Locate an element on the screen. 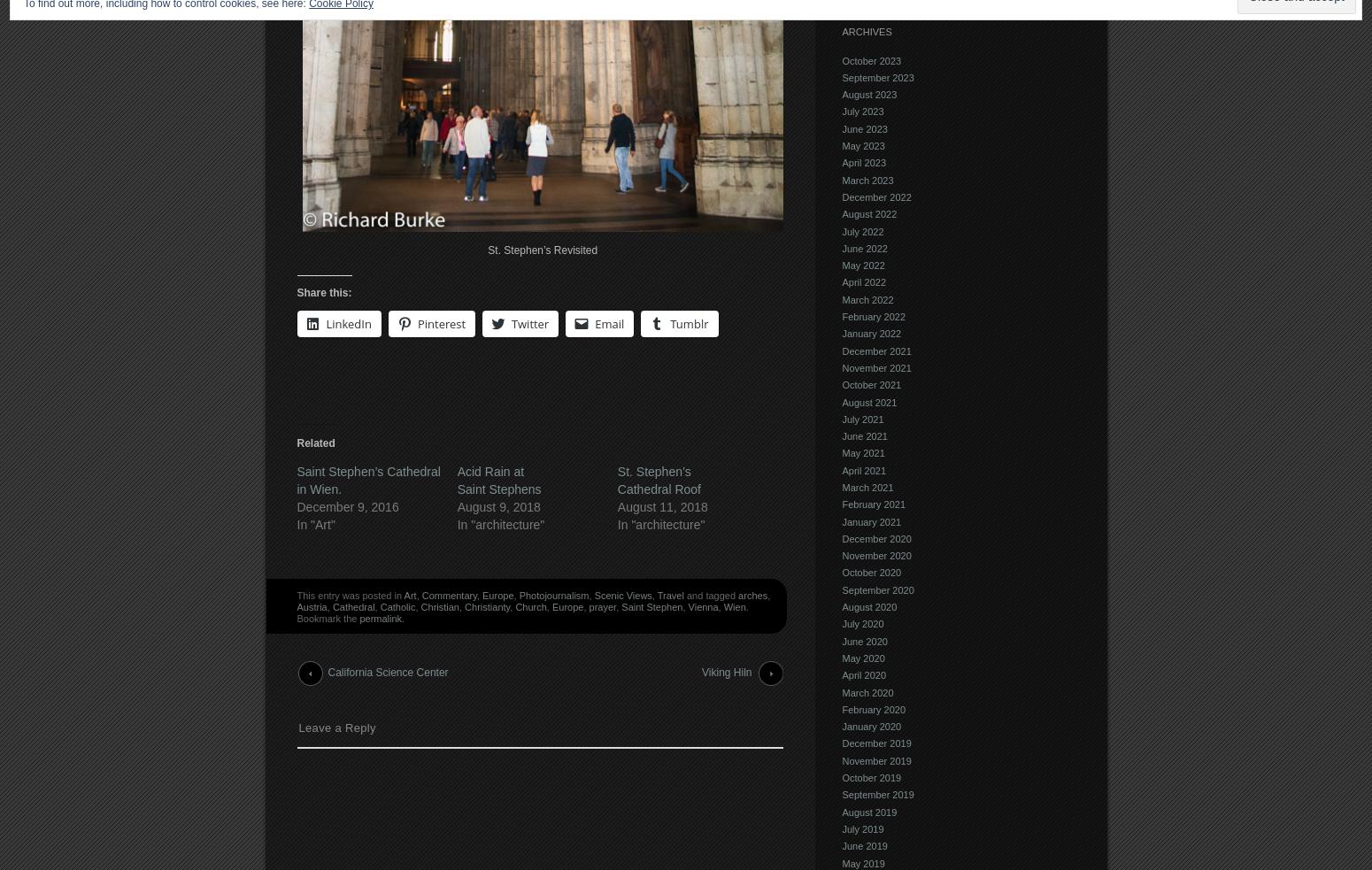 The width and height of the screenshot is (1372, 870). 'Photojournalism' is located at coordinates (552, 593).